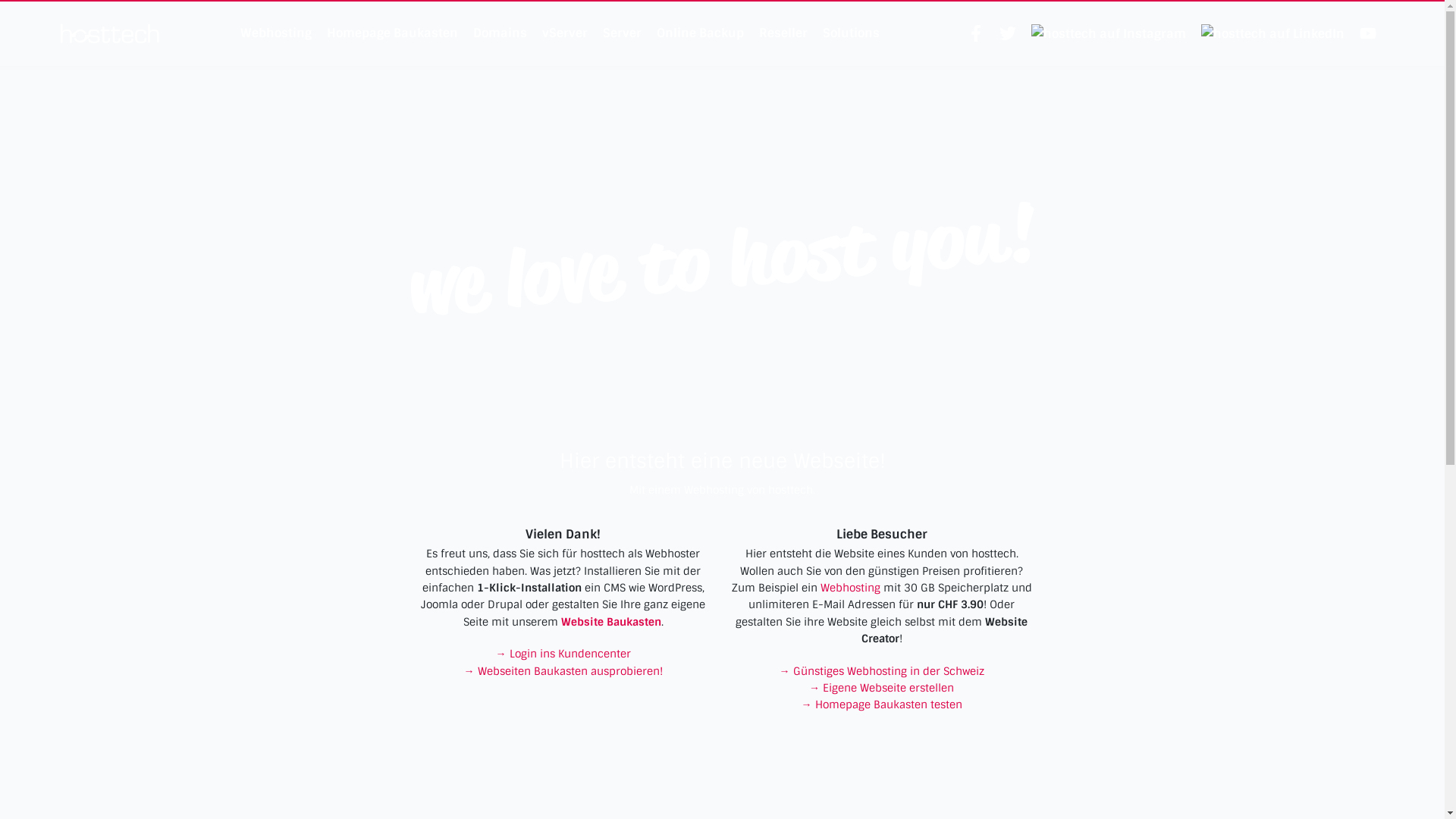 This screenshot has width=1456, height=819. I want to click on 'vServer', so click(563, 33).